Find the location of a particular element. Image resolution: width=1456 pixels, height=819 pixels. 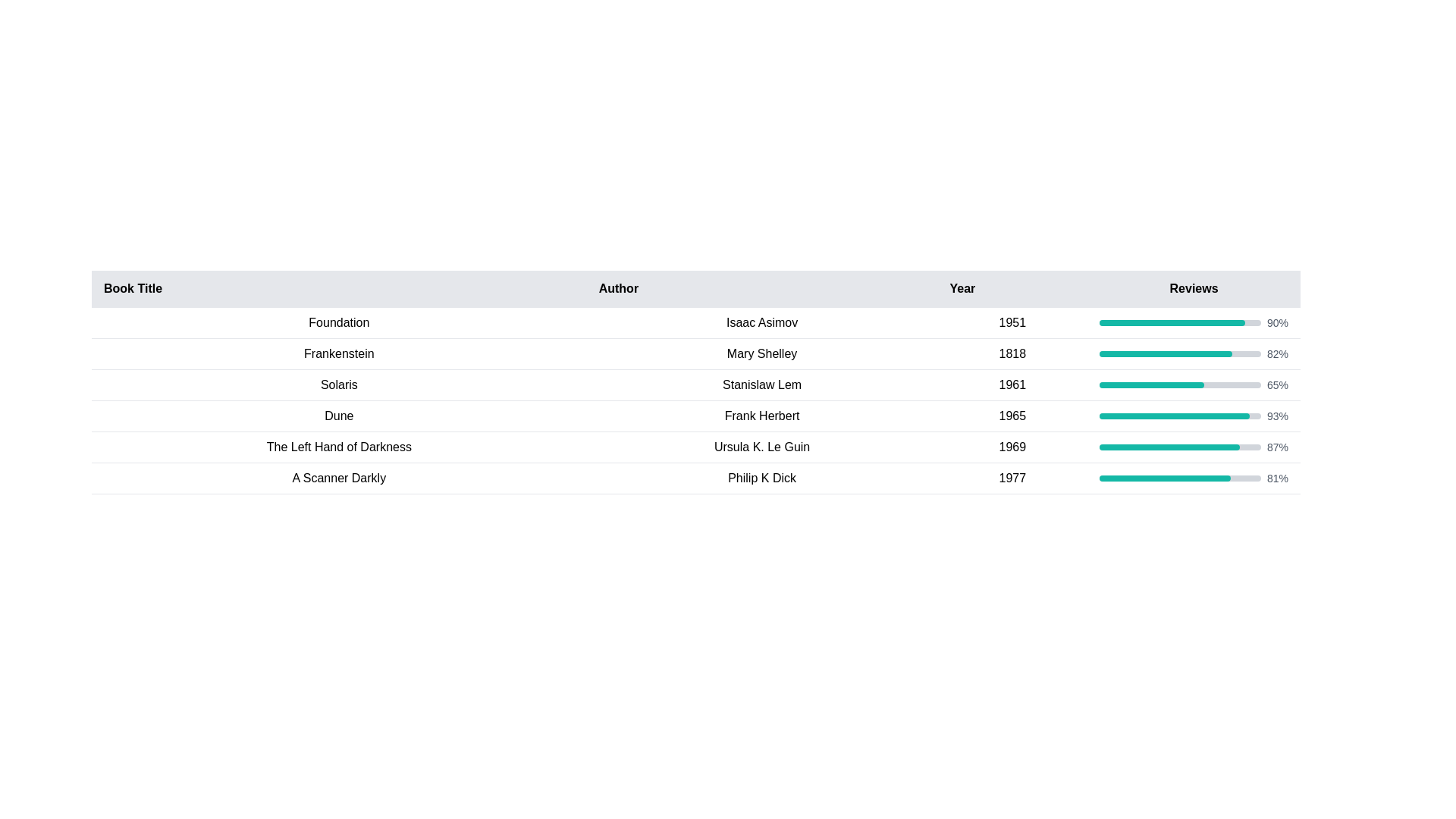

the text element displaying the author's name 'Stanislaw Lem', which is the second column in a table row containing the book title 'Solaris' and the year '1961' is located at coordinates (762, 384).